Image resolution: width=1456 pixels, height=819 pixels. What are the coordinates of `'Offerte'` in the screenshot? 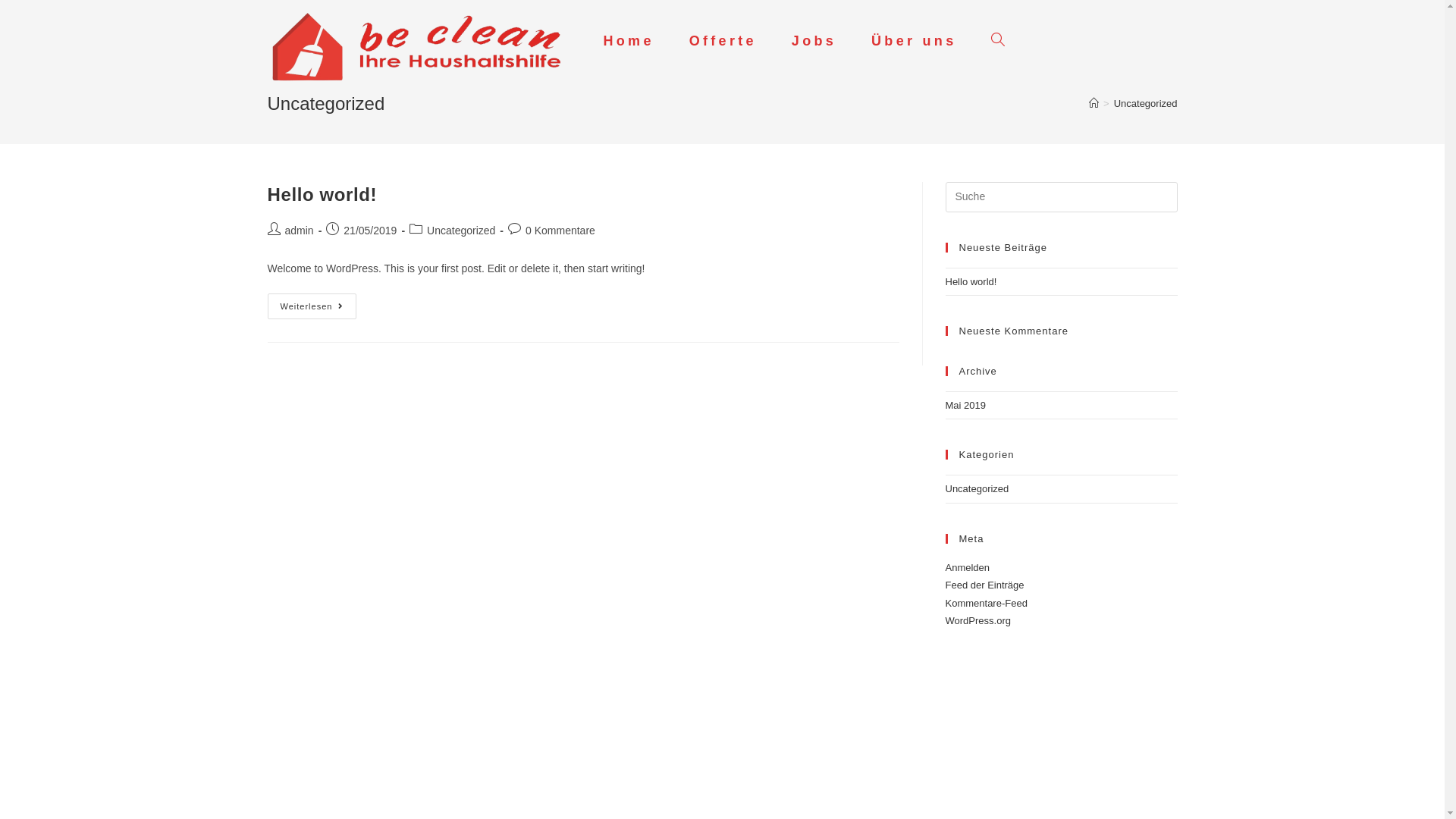 It's located at (722, 40).